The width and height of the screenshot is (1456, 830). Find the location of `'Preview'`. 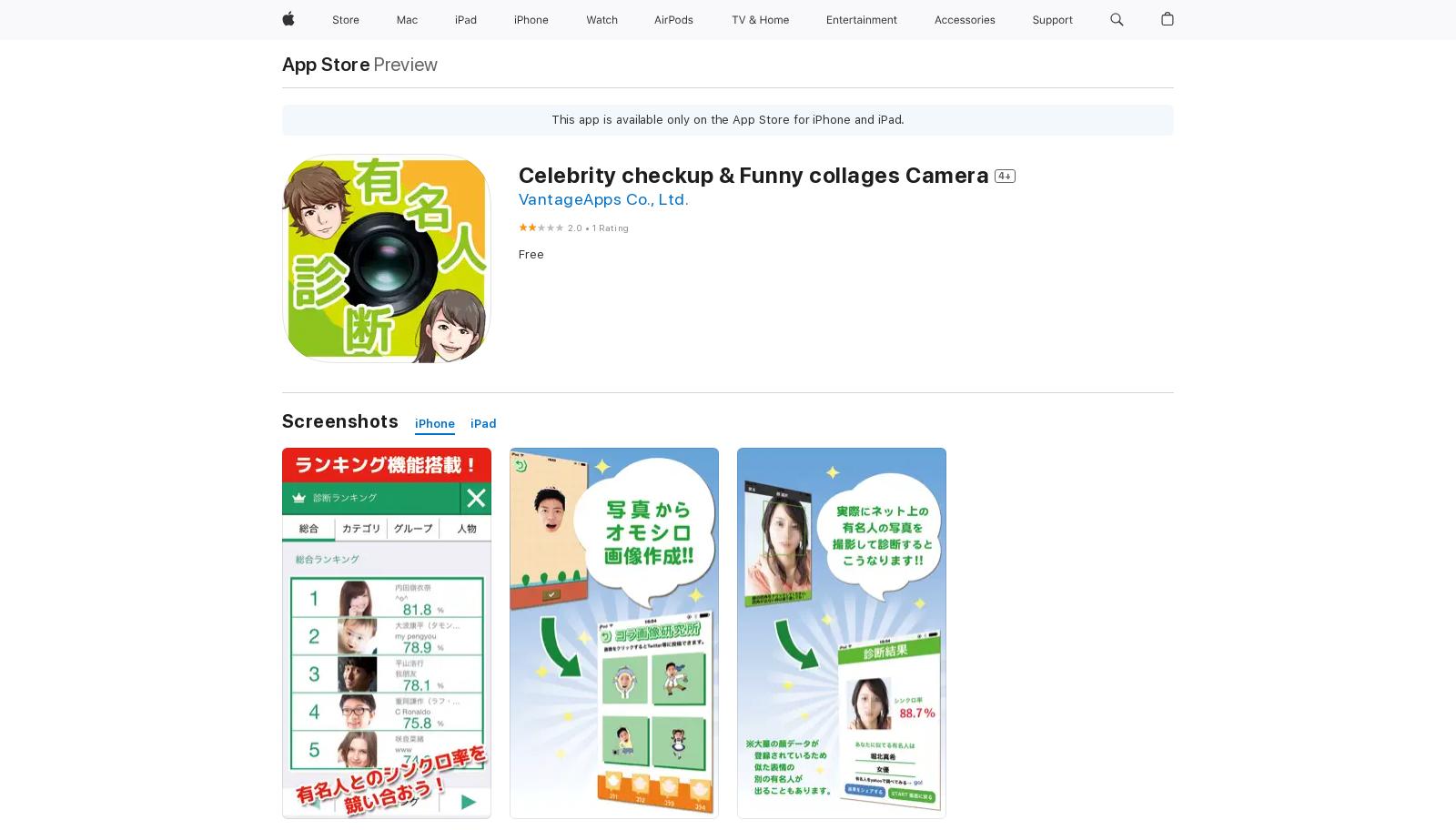

'Preview' is located at coordinates (404, 63).